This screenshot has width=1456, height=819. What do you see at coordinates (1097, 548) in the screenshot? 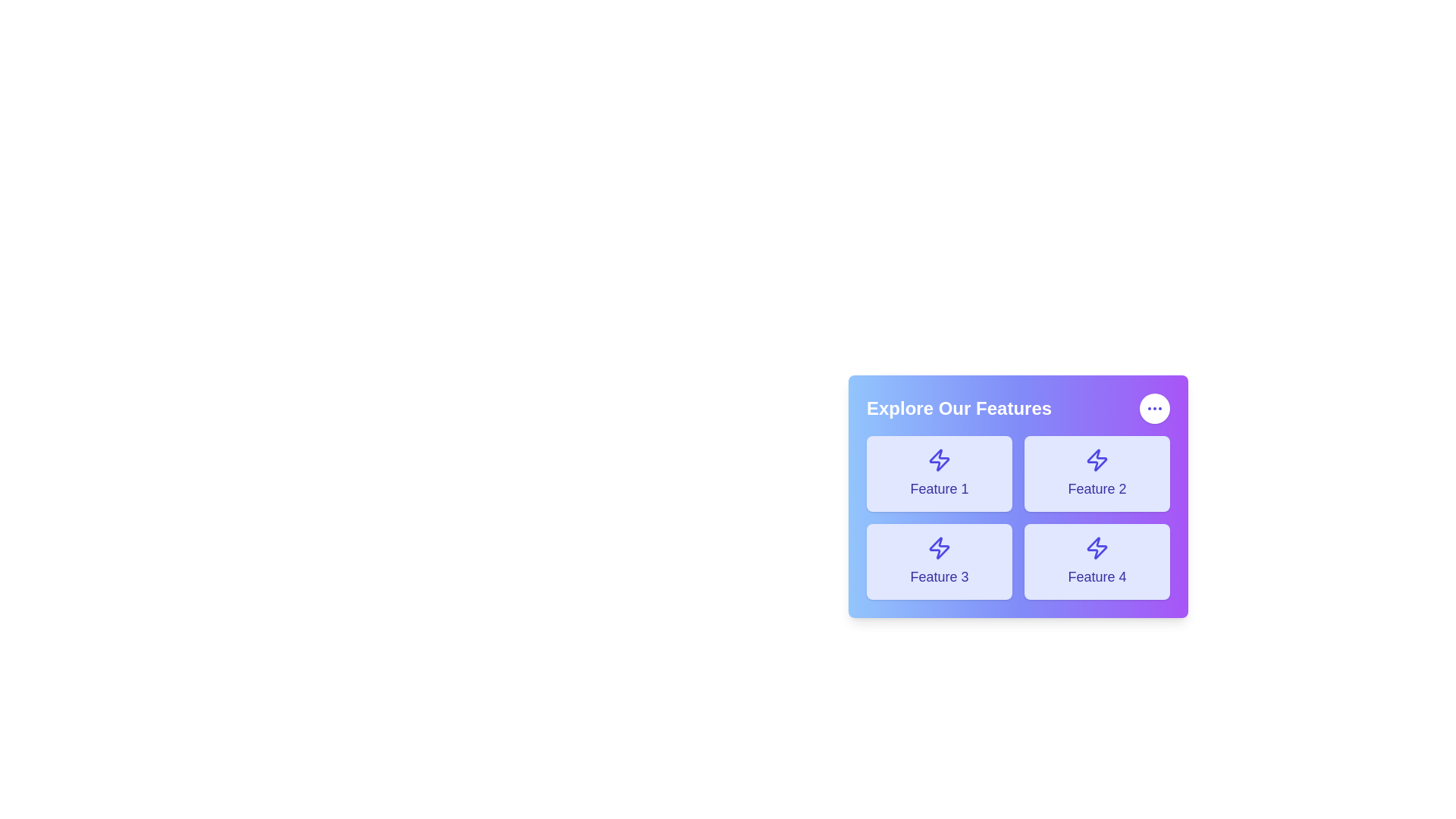
I see `the lightning bolt icon with a purple stroke and rounded outline, located in the bottom-right section of a grid above the text 'Feature 4'` at bounding box center [1097, 548].